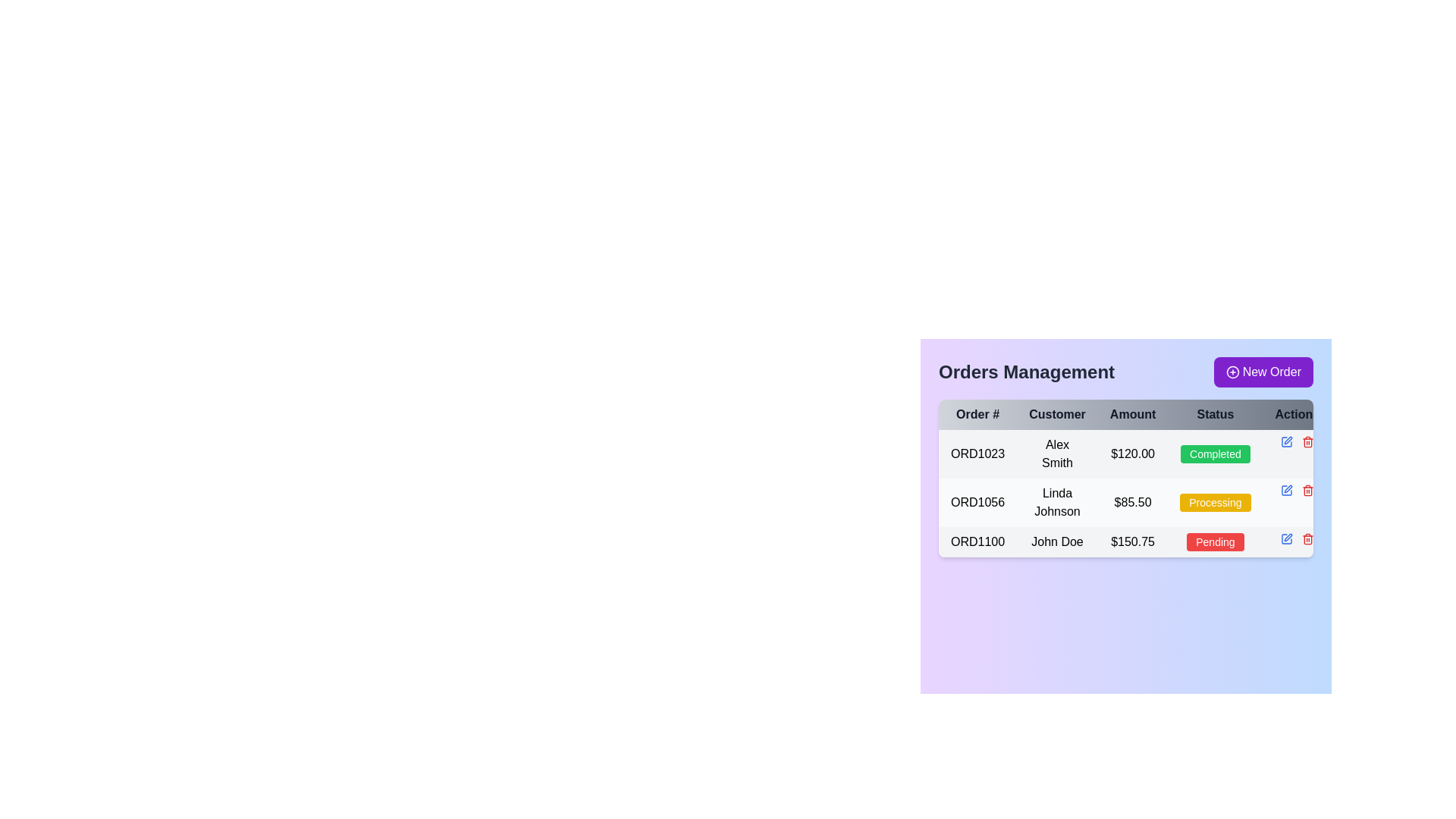  Describe the element at coordinates (1285, 491) in the screenshot. I see `the small blue pen icon button in the 'Action' column corresponding to order 'ORD1056' to initiate editing` at that location.